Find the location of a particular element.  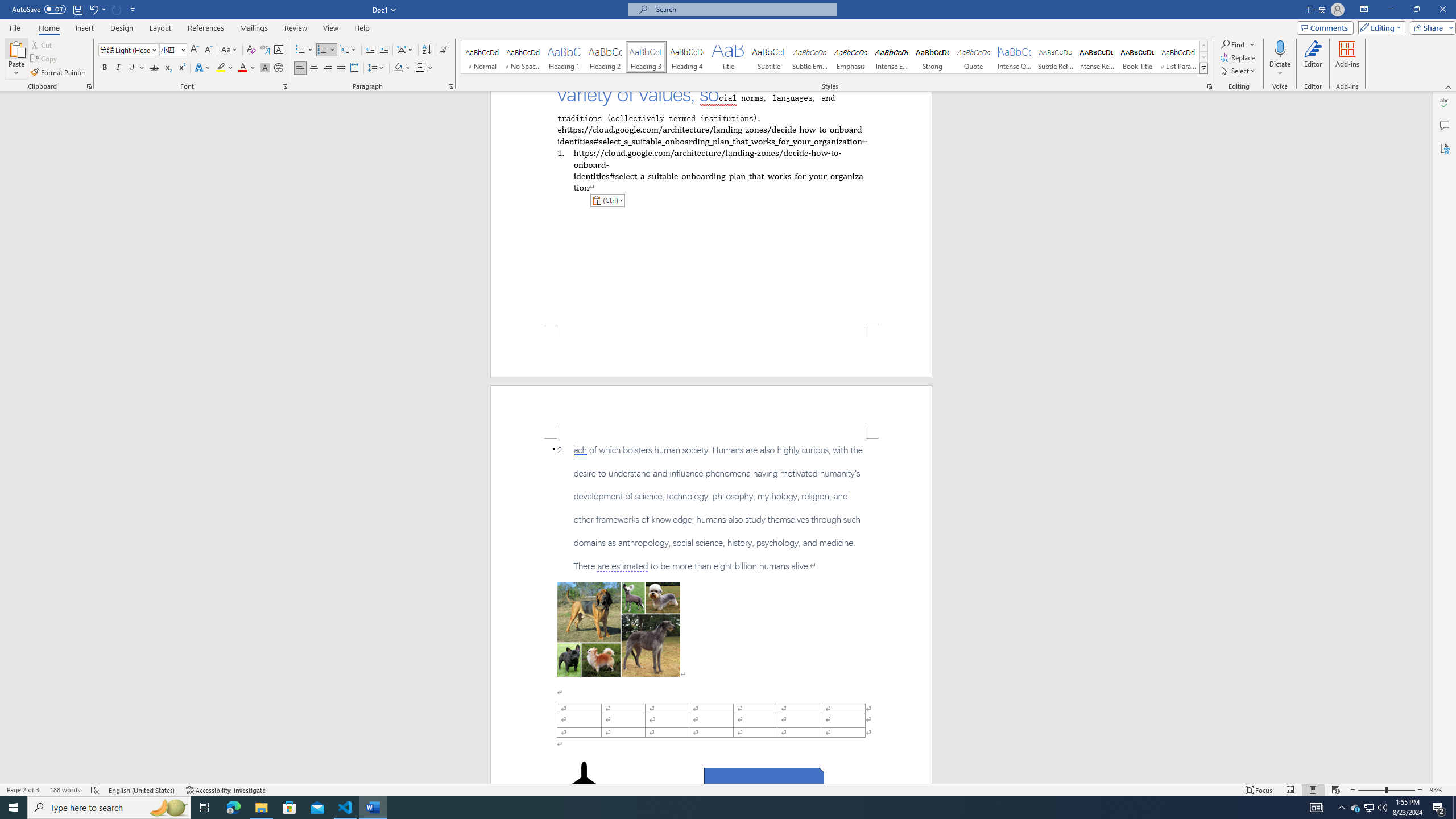

'Page Number Page 2 of 3' is located at coordinates (23, 790).